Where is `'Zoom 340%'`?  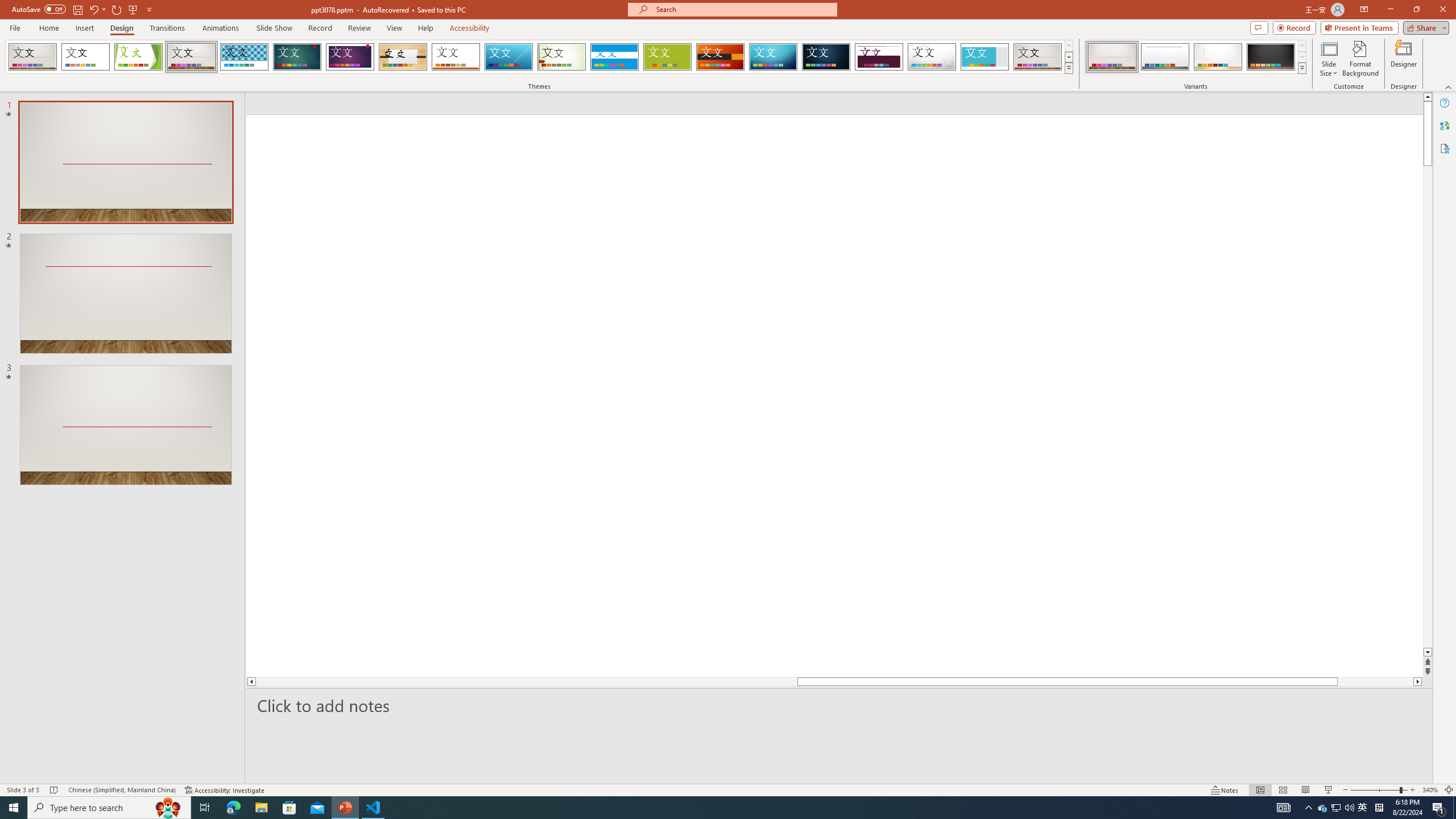 'Zoom 340%' is located at coordinates (1430, 790).